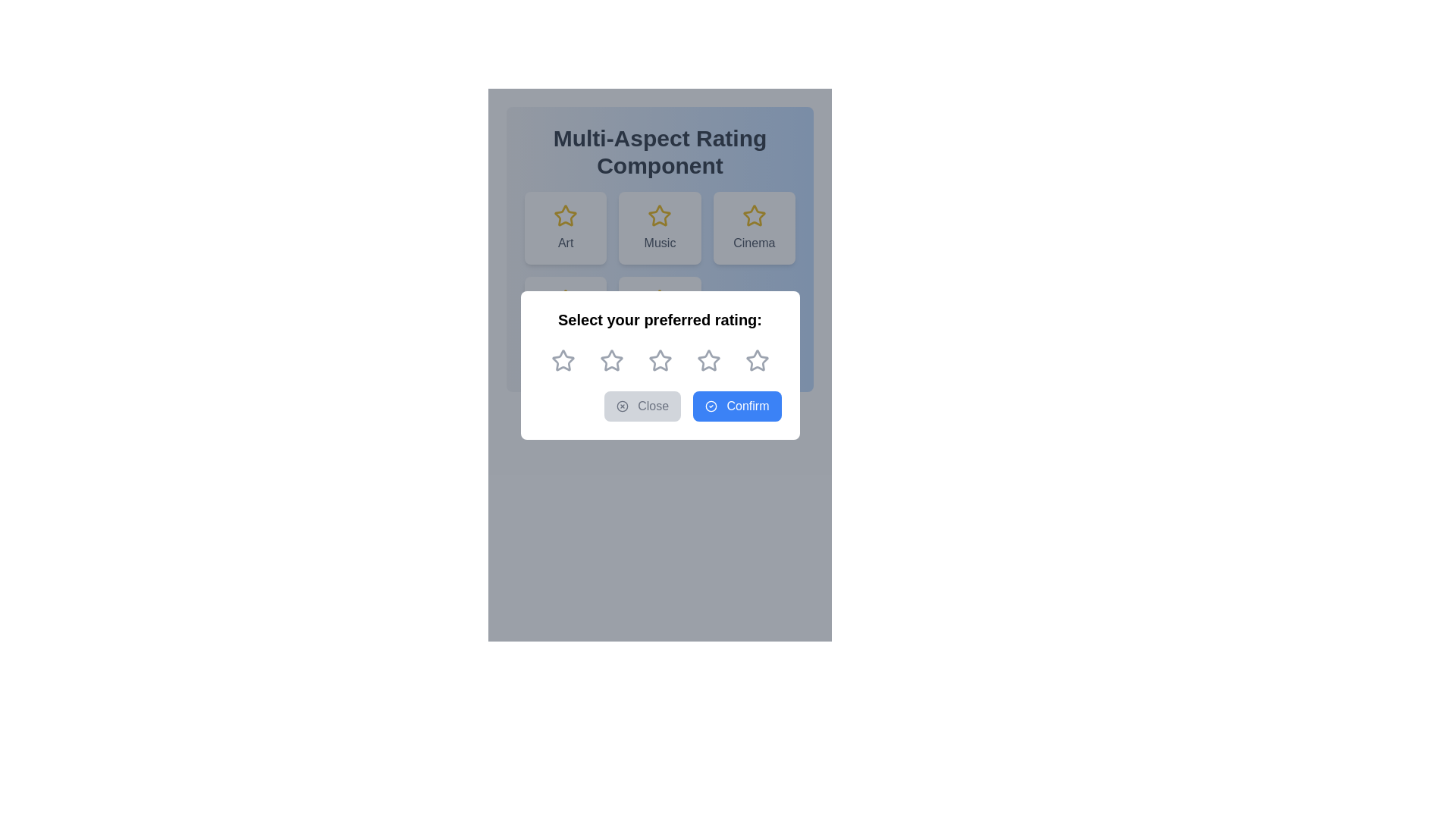 This screenshot has width=1456, height=819. I want to click on the row of star icons in the modal dialog to give a rating, so click(660, 365).